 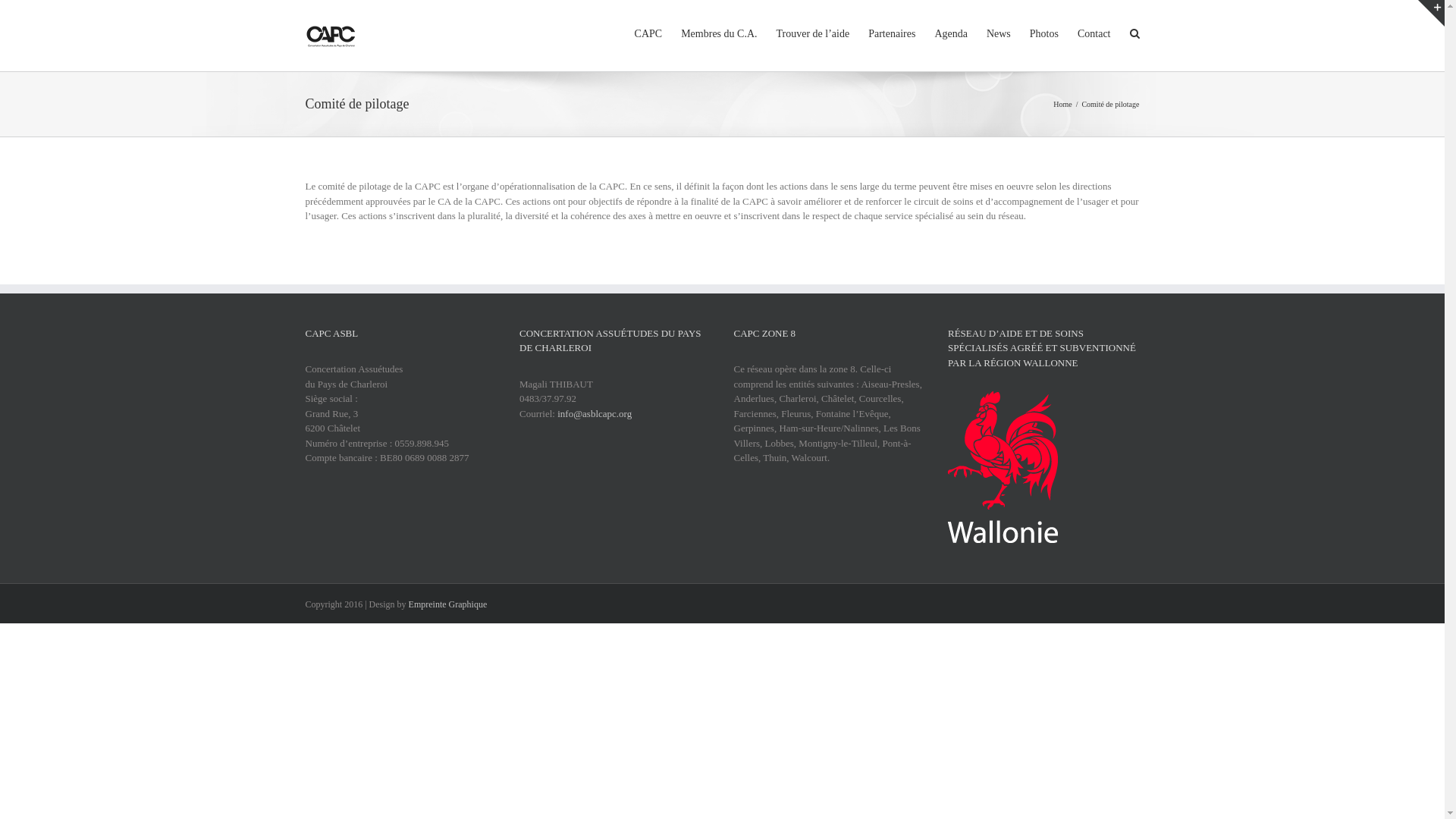 I want to click on 'Agenda', so click(x=949, y=32).